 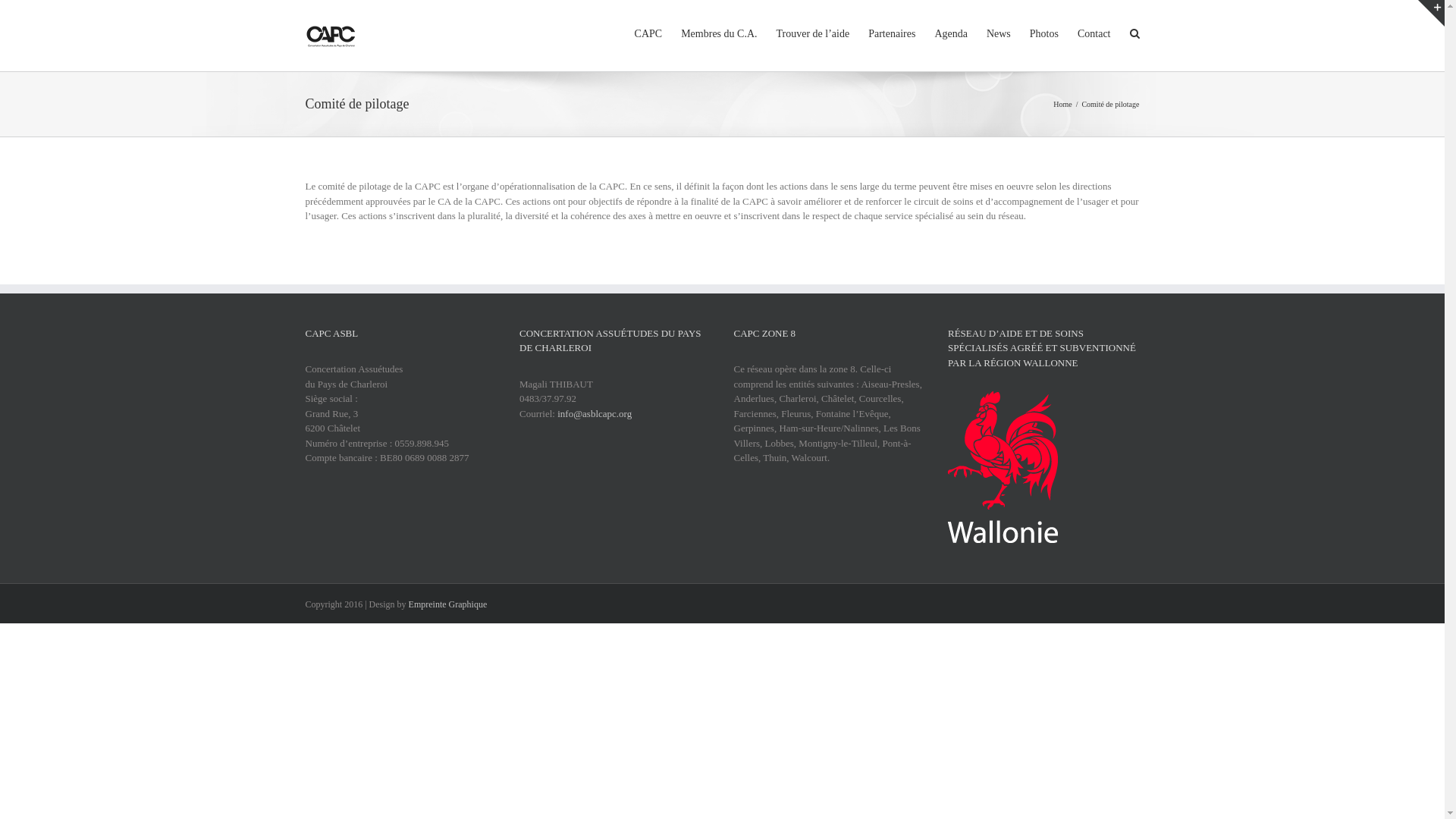 I want to click on 'Agenda', so click(x=949, y=32).